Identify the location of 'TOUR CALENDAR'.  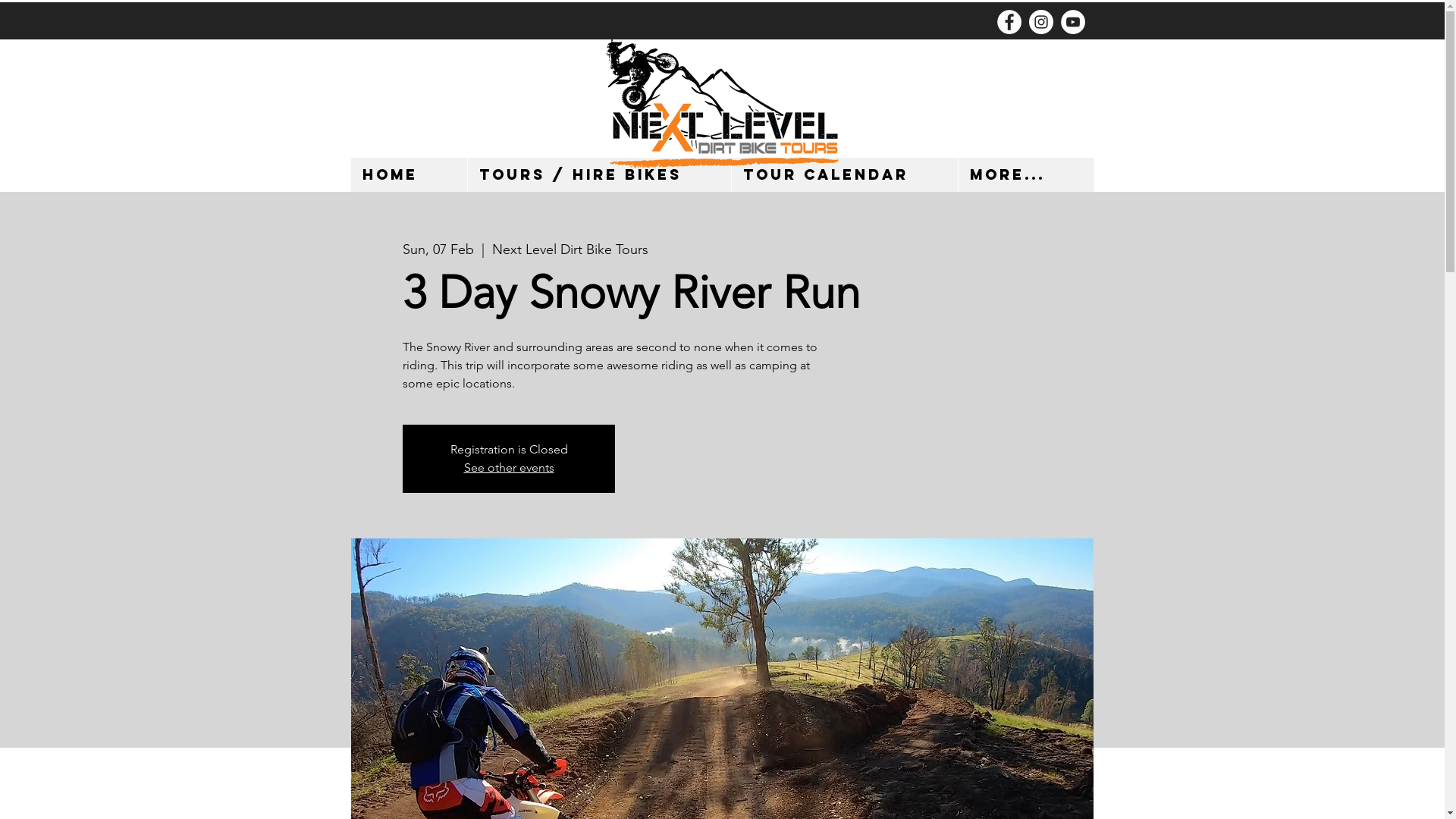
(843, 174).